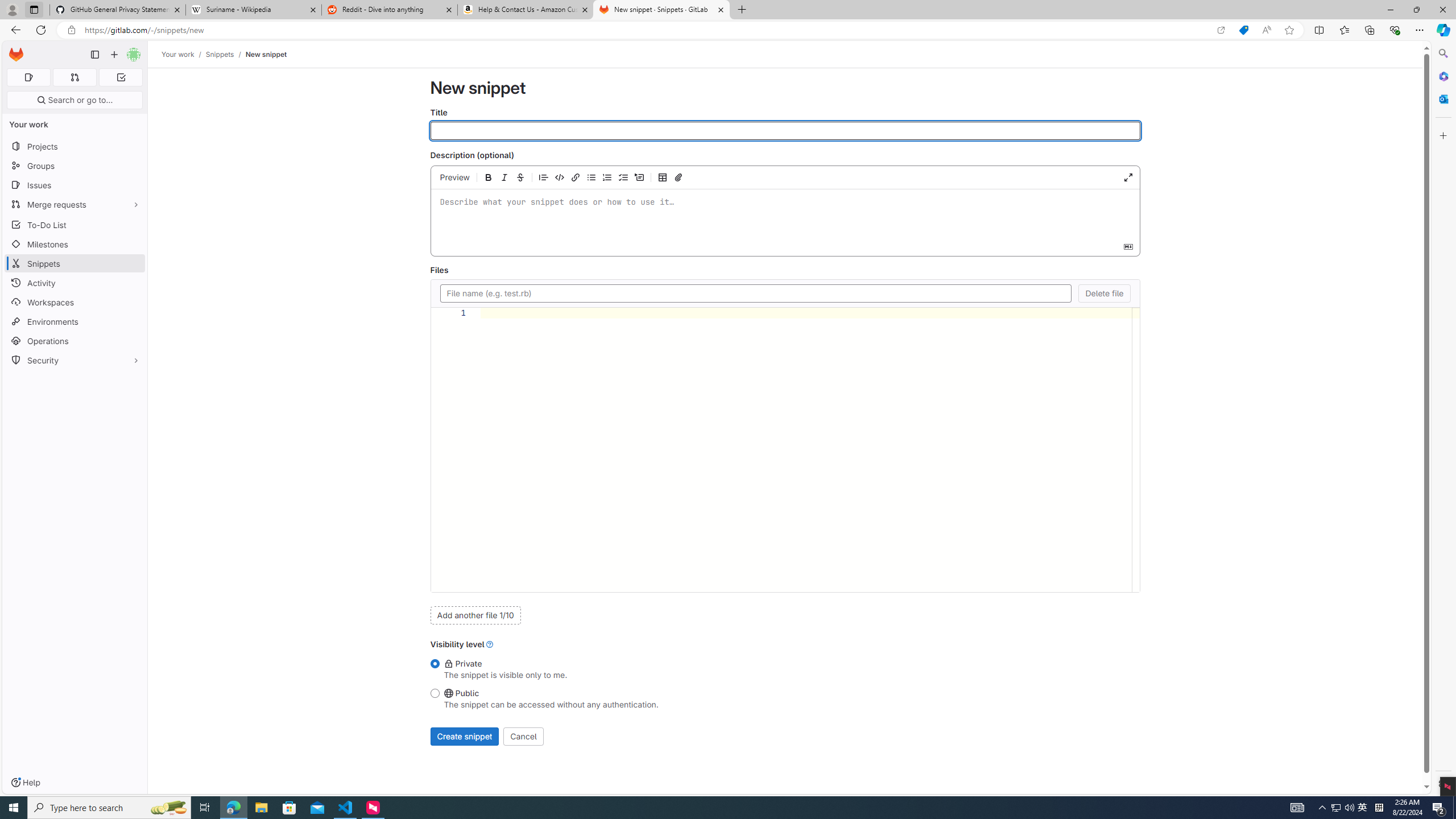 The width and height of the screenshot is (1456, 819). Describe the element at coordinates (74, 204) in the screenshot. I see `'Merge requests'` at that location.